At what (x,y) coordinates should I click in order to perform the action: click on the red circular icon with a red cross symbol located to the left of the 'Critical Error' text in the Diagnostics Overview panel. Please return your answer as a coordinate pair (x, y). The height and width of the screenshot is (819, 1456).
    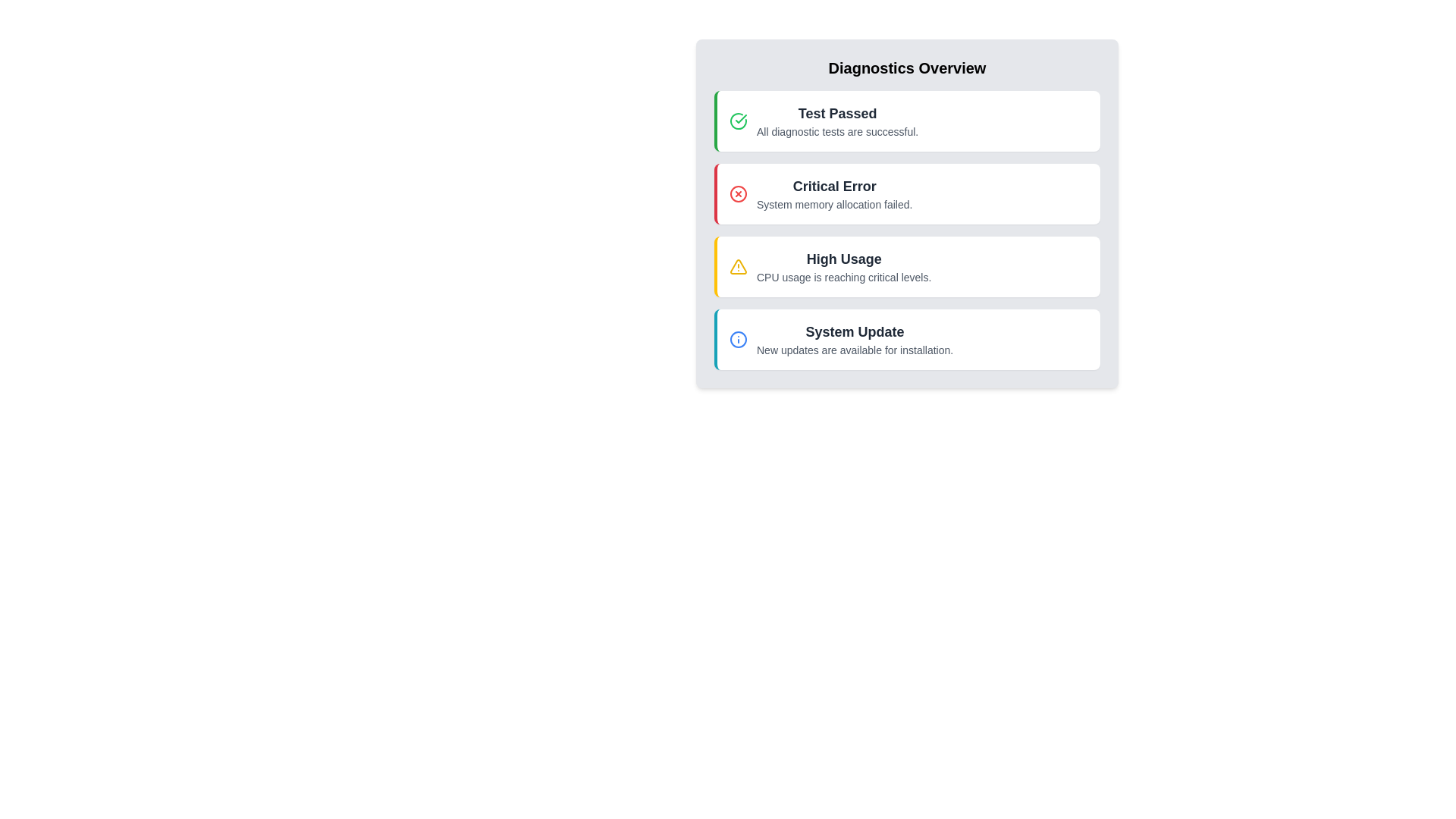
    Looking at the image, I should click on (739, 193).